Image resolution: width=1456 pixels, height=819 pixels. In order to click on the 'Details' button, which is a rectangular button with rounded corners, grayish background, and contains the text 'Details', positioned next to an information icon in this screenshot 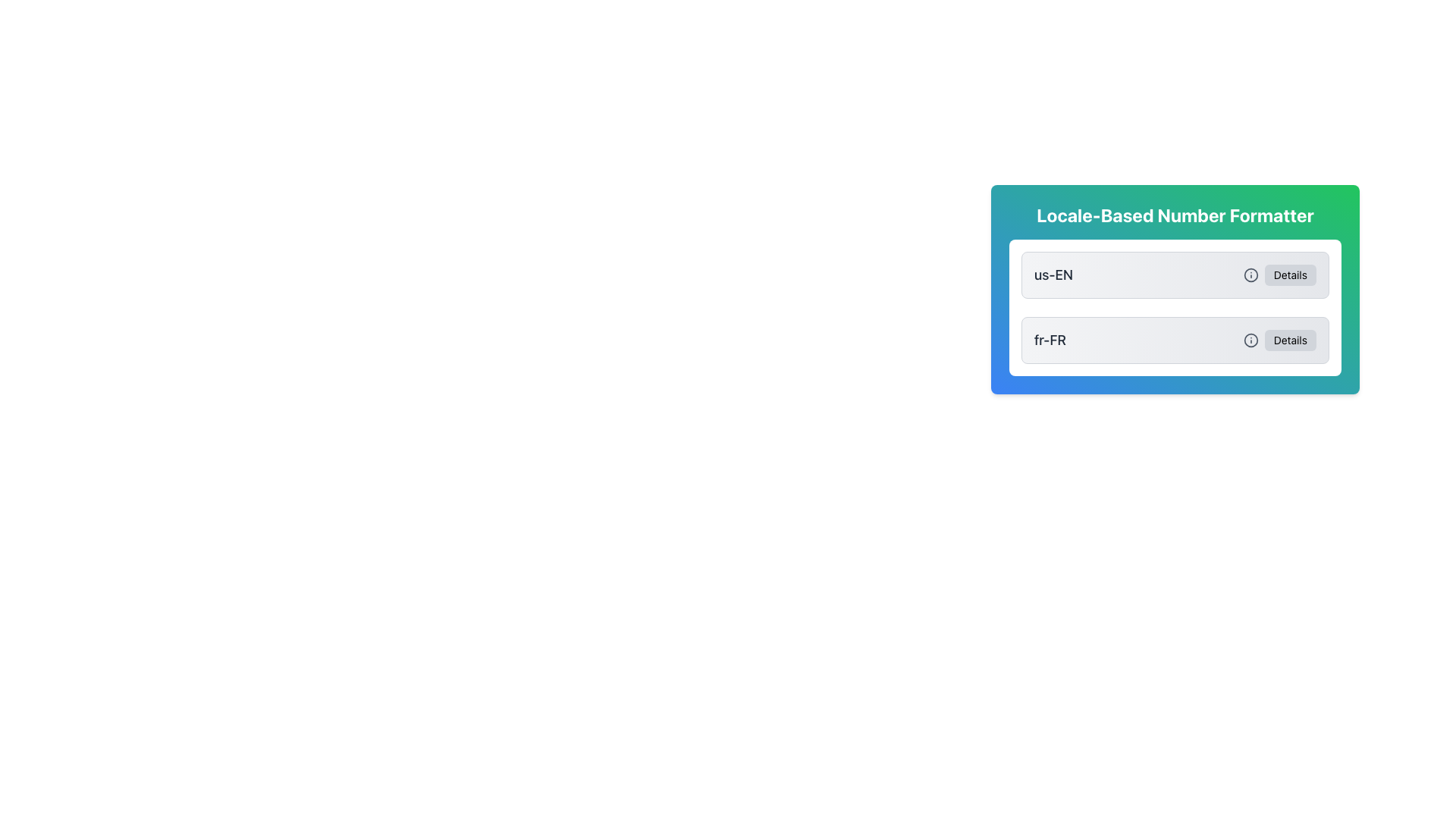, I will do `click(1279, 275)`.